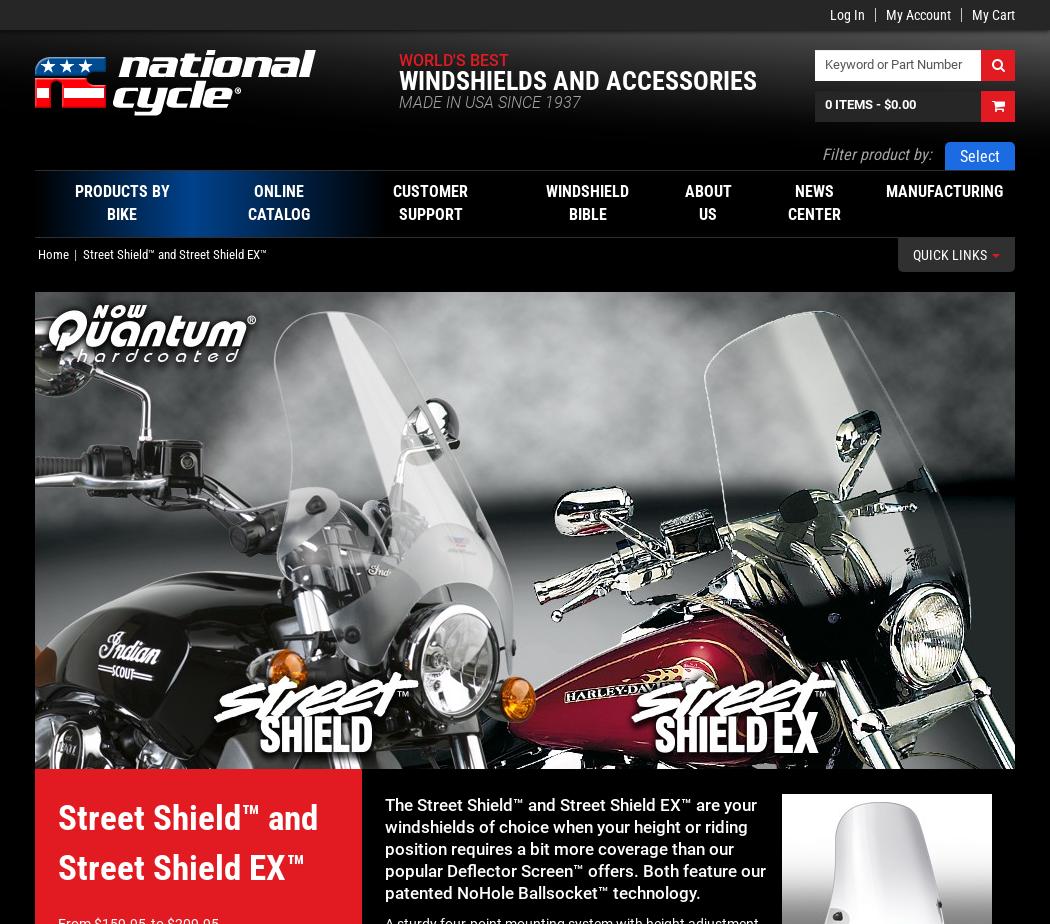 The height and width of the screenshot is (924, 1050). I want to click on 'About Us', so click(707, 202).